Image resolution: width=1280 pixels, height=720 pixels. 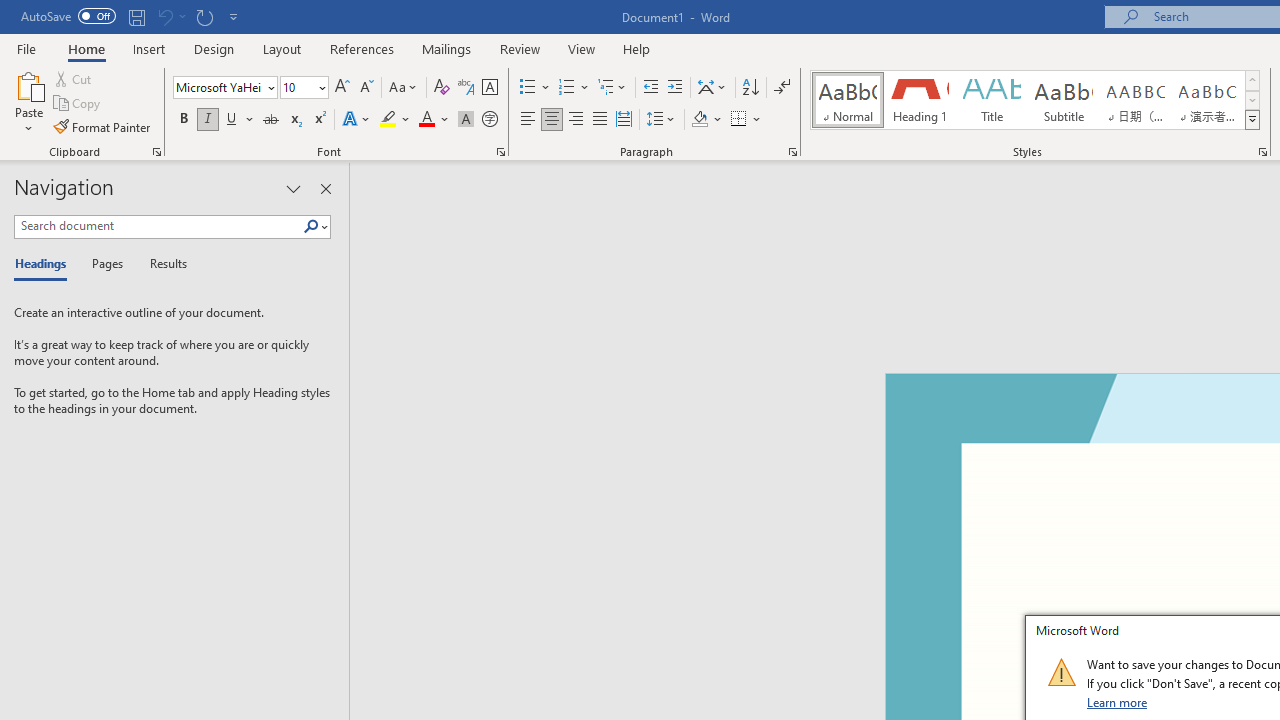 I want to click on 'Copy', so click(x=78, y=103).